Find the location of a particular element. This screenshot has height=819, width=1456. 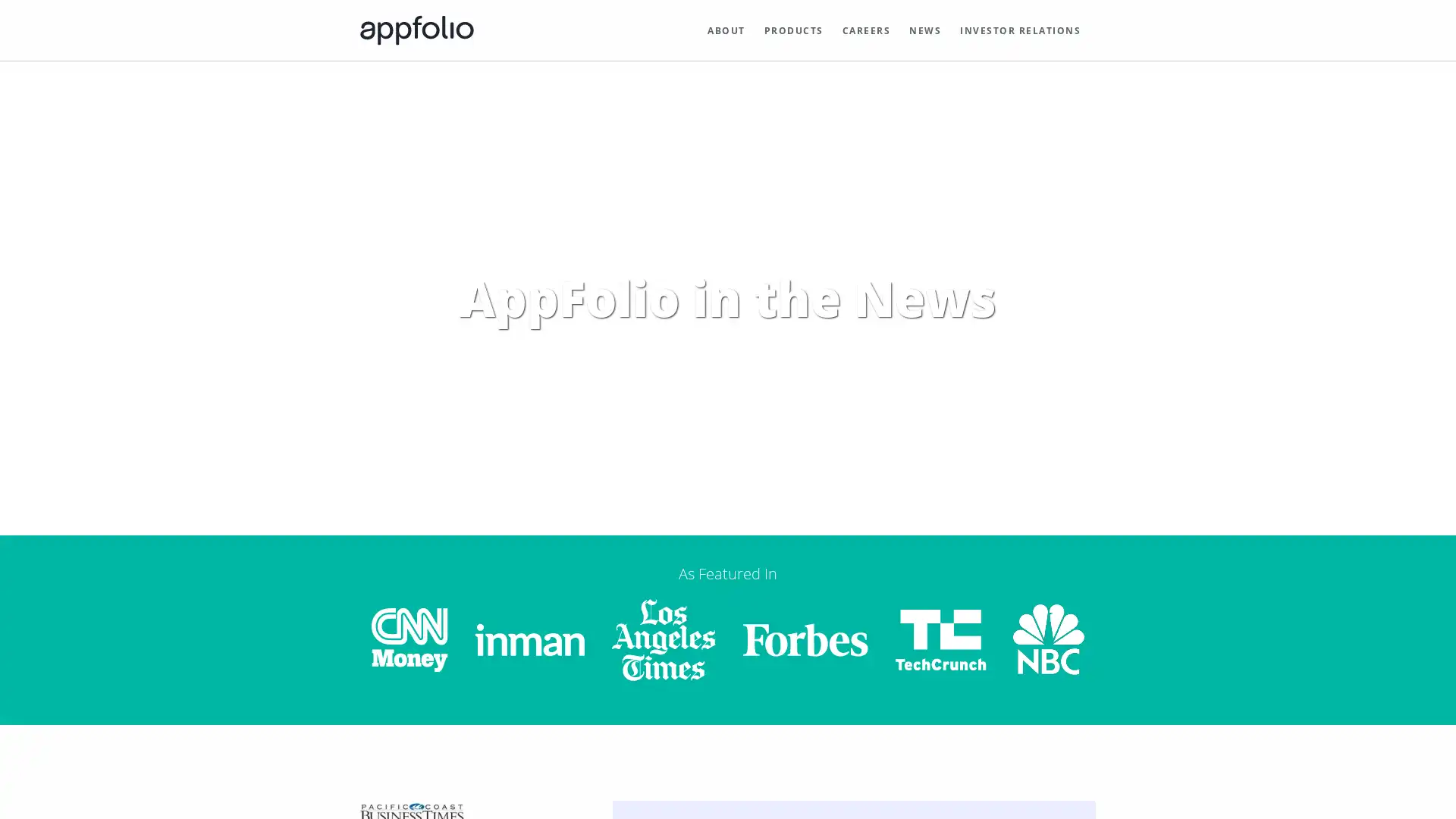

deny cookies is located at coordinates (1226, 799).